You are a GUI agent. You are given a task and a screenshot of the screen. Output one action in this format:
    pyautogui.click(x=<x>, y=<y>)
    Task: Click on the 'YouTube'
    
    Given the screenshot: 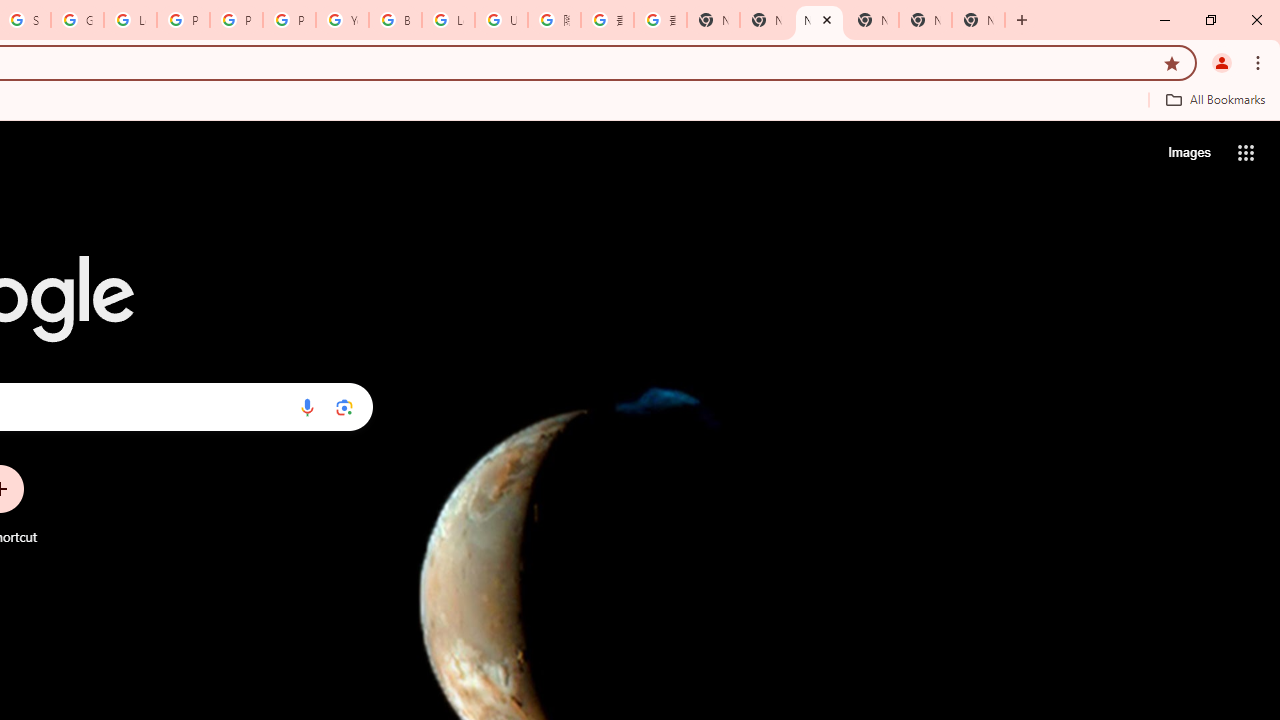 What is the action you would take?
    pyautogui.click(x=342, y=20)
    